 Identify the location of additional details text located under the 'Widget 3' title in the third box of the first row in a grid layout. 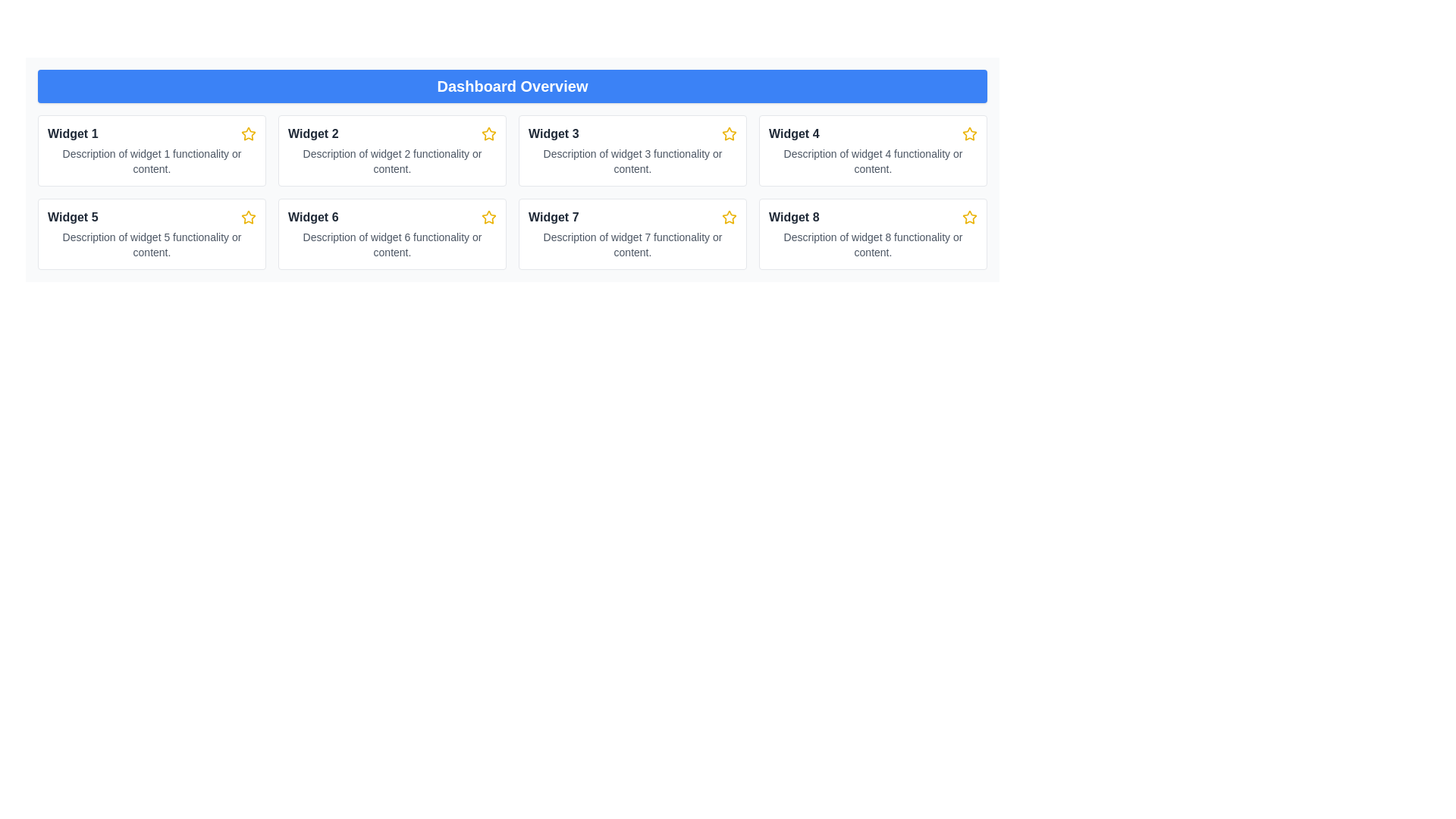
(632, 161).